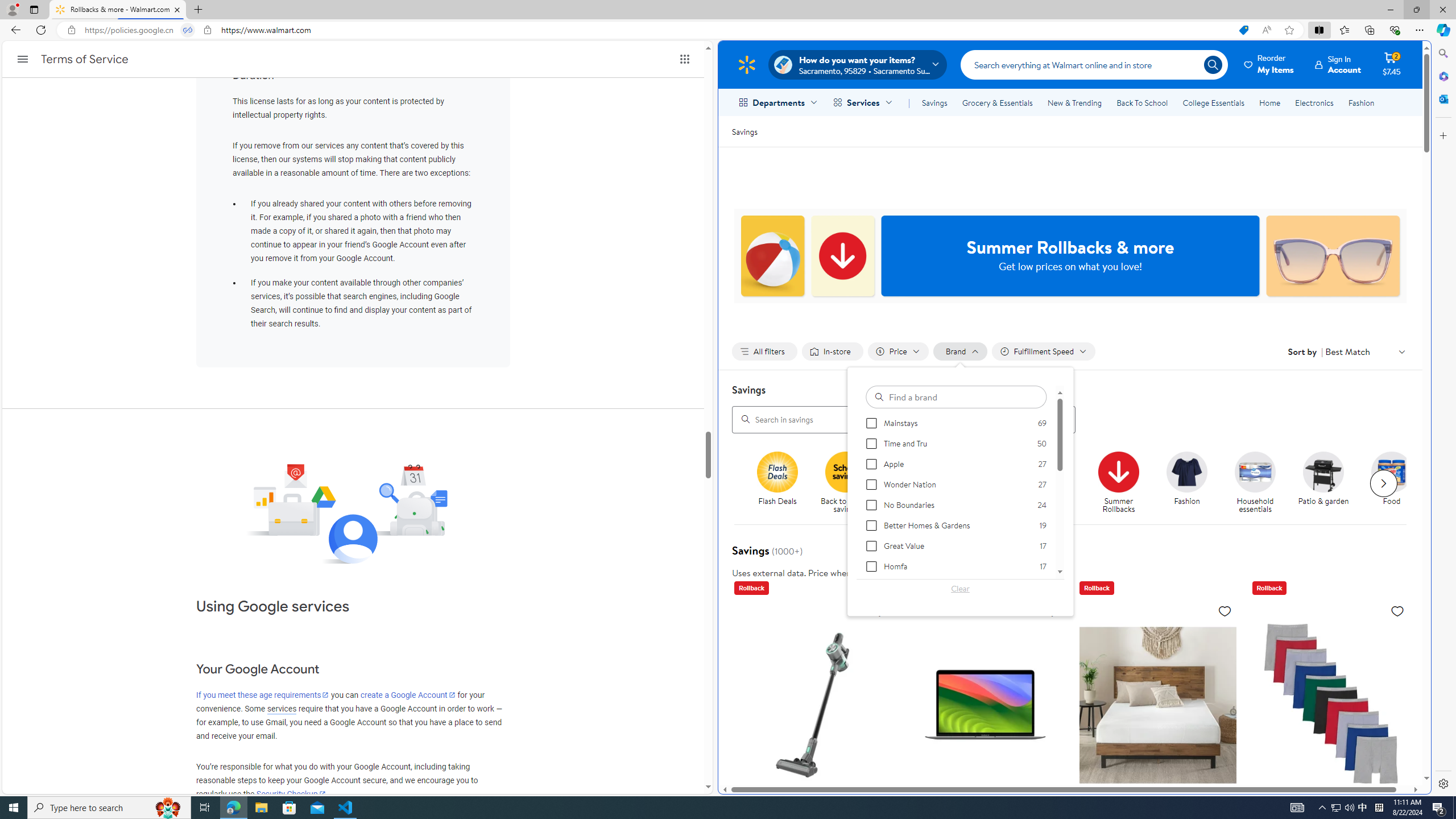  What do you see at coordinates (1269, 64) in the screenshot?
I see `'ReorderMy Items'` at bounding box center [1269, 64].